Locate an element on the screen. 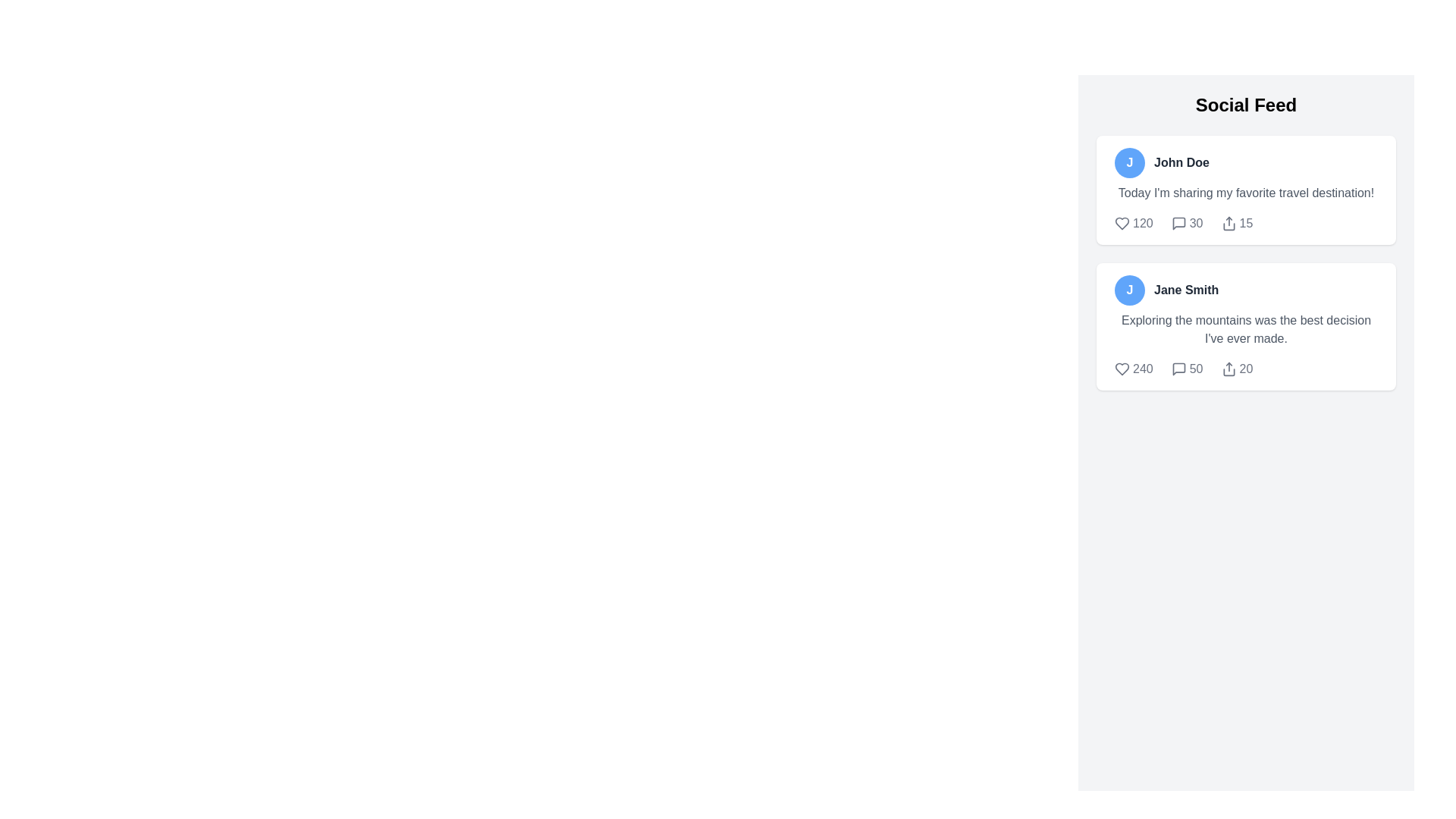  the Text Display showing the number '50', which is prominently bold and located within the second post card of the Social Feed section, positioned between a comment icon and a sharing icon is located at coordinates (1195, 369).